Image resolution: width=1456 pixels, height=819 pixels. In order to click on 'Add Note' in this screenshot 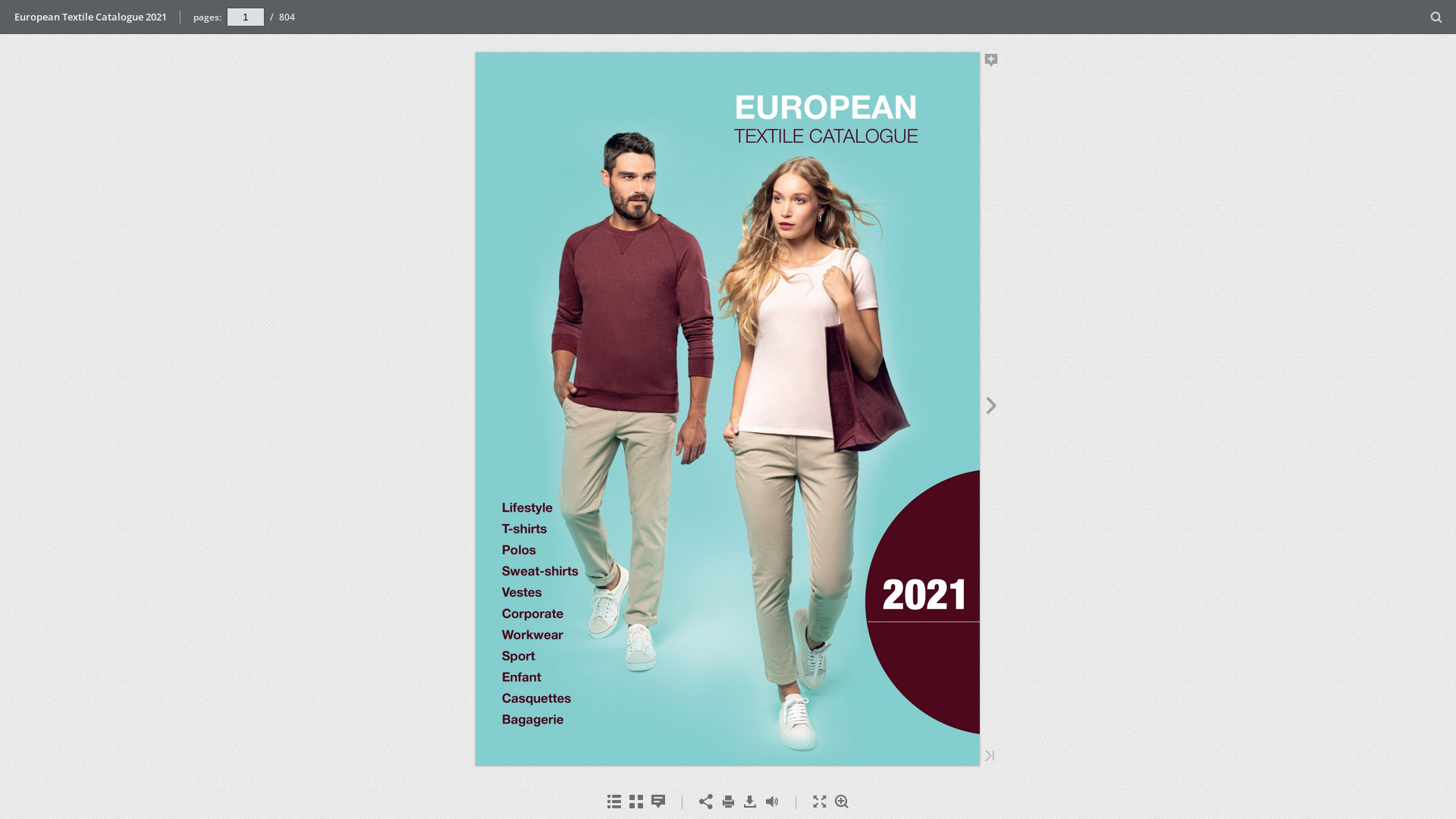, I will do `click(991, 62)`.